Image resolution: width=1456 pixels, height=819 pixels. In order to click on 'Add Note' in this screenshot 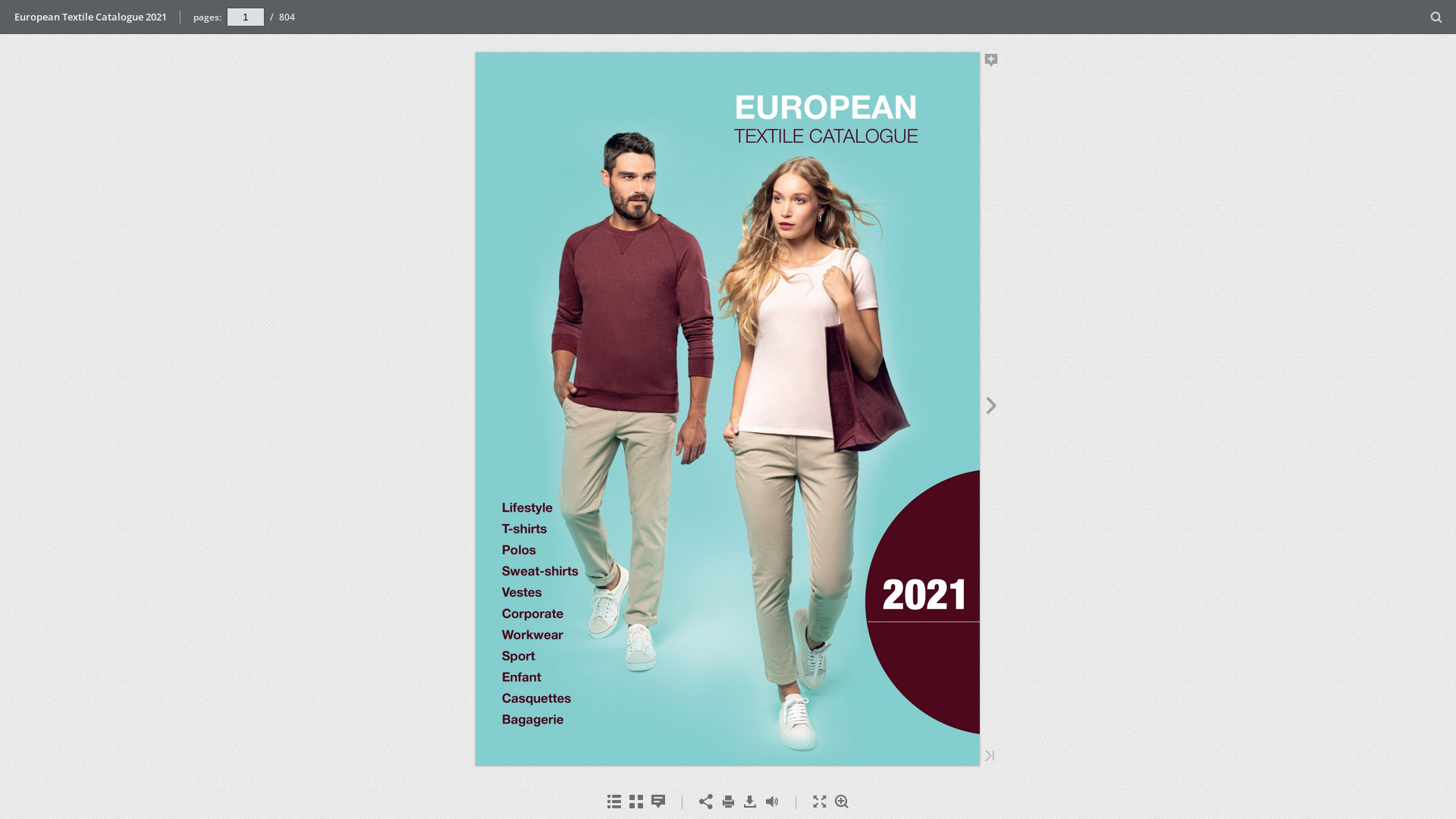, I will do `click(991, 62)`.